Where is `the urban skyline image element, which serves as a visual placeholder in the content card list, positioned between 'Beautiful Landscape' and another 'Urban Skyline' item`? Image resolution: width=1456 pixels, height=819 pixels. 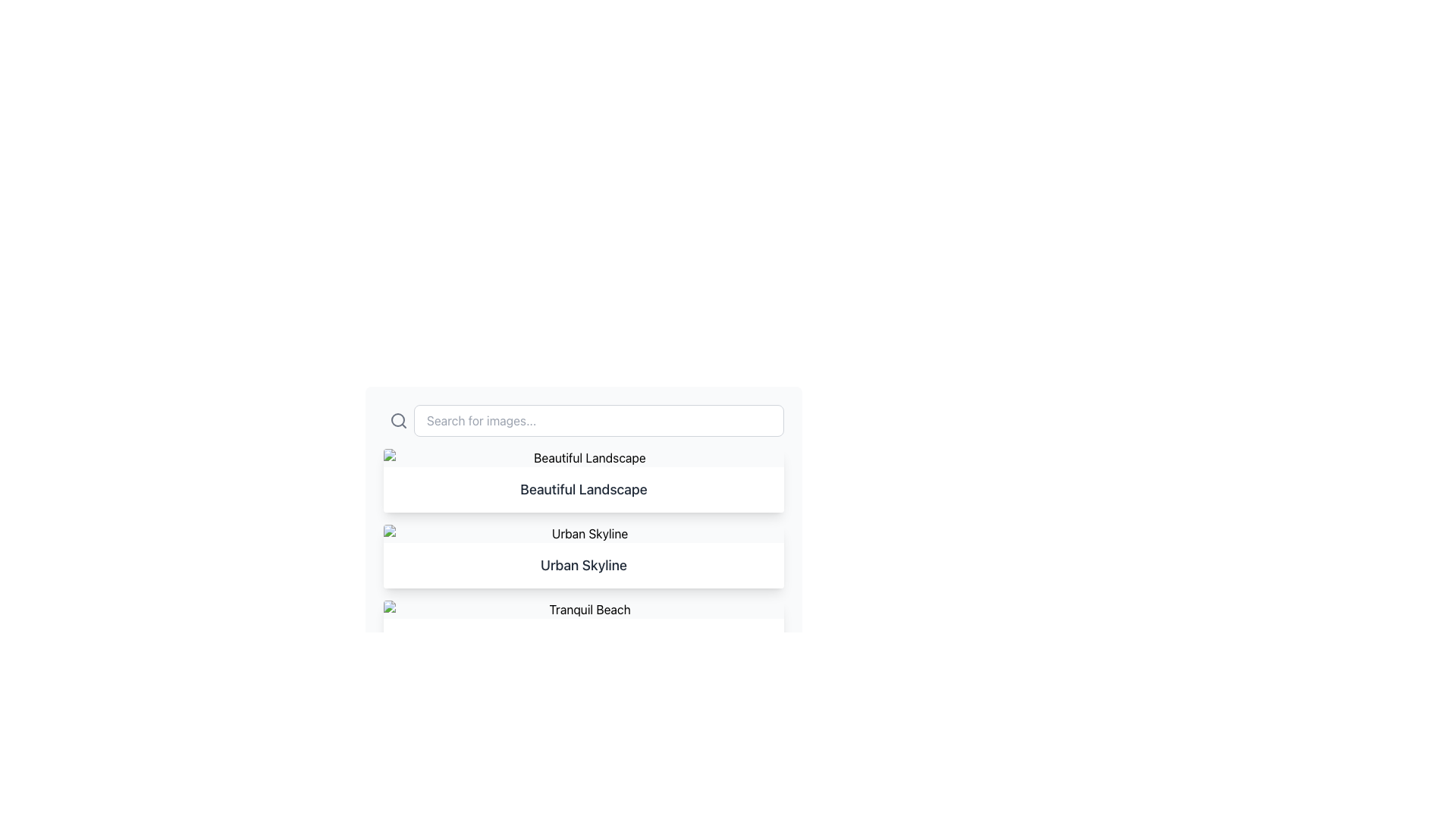 the urban skyline image element, which serves as a visual placeholder in the content card list, positioned between 'Beautiful Landscape' and another 'Urban Skyline' item is located at coordinates (582, 533).